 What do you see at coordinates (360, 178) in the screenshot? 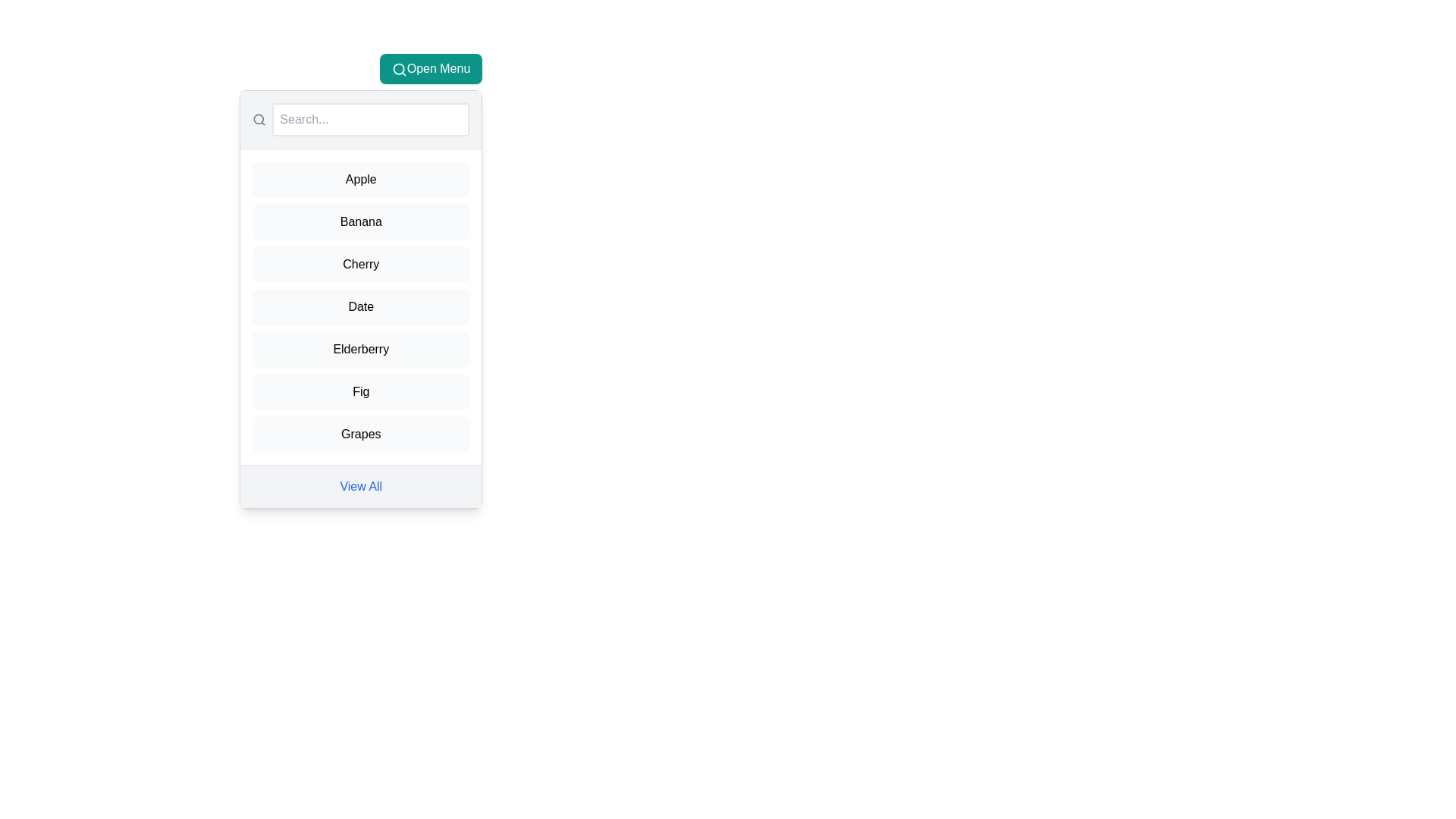
I see `the selectable list item labeled 'Apple', which is the first item in a vertically stacked list` at bounding box center [360, 178].